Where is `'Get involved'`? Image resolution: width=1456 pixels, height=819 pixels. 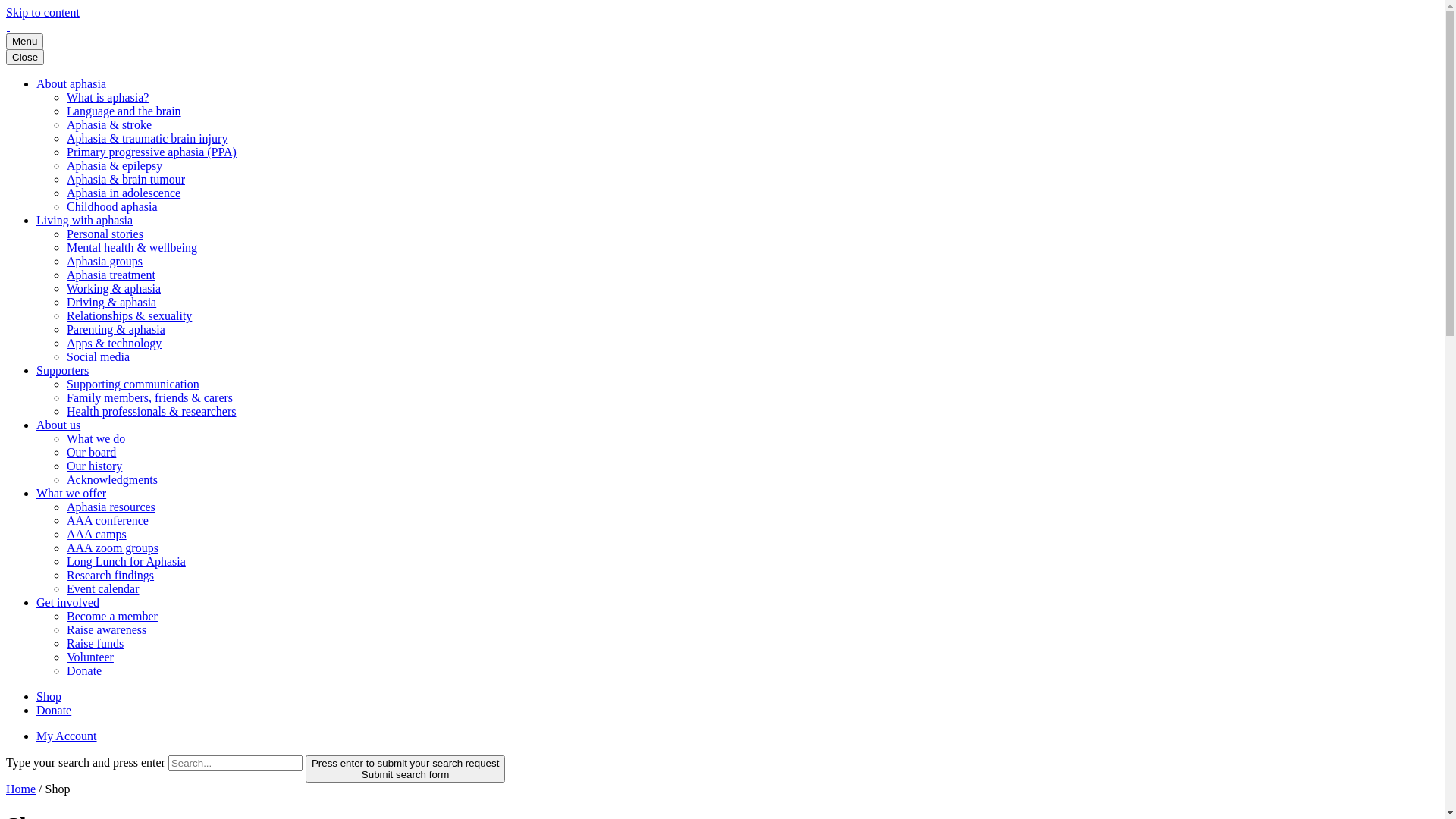
'Get involved' is located at coordinates (36, 601).